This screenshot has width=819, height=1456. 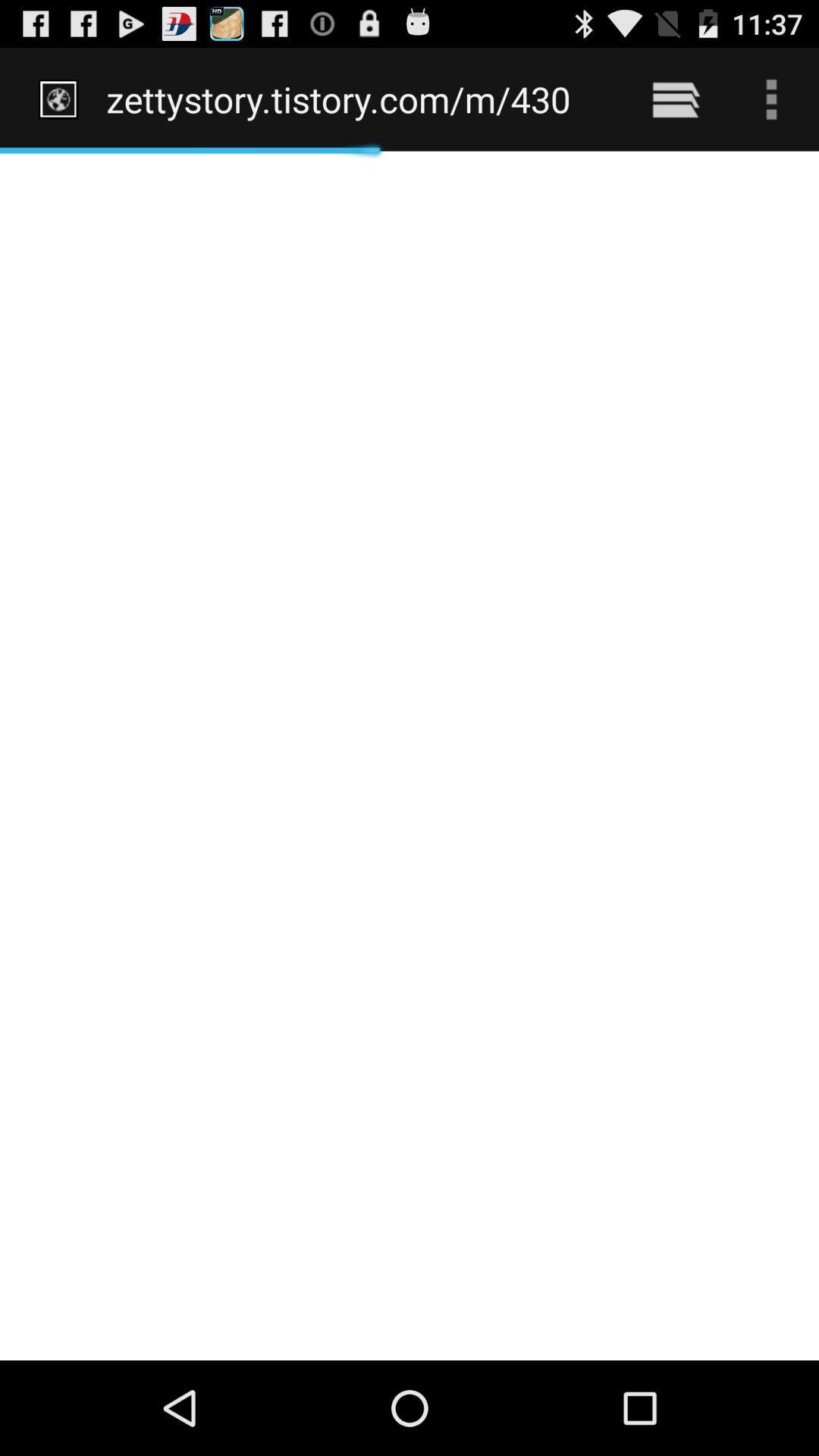 I want to click on the item next to the zettystory tistory com icon, so click(x=675, y=99).